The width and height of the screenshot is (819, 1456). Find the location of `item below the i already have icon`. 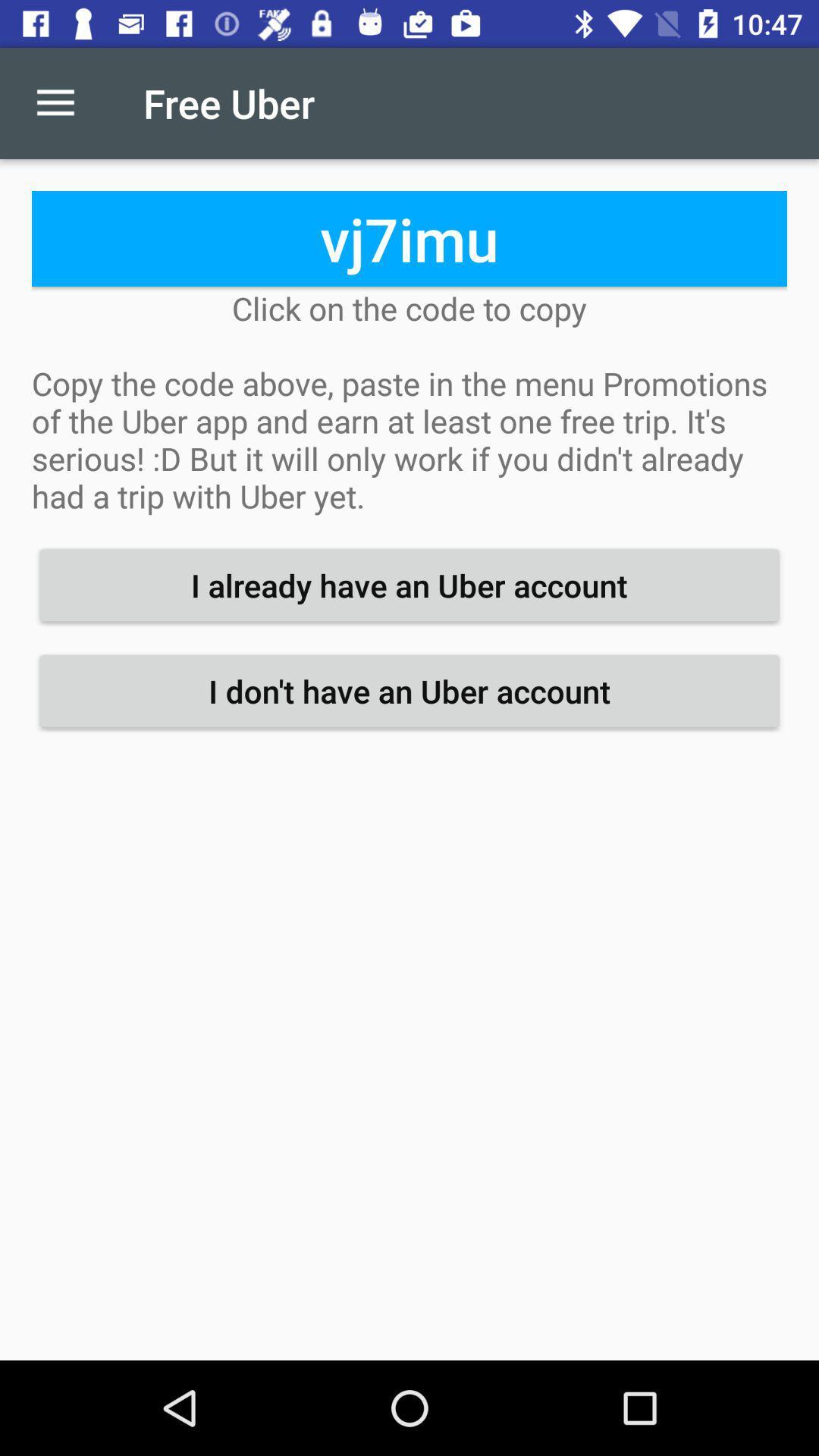

item below the i already have icon is located at coordinates (409, 690).